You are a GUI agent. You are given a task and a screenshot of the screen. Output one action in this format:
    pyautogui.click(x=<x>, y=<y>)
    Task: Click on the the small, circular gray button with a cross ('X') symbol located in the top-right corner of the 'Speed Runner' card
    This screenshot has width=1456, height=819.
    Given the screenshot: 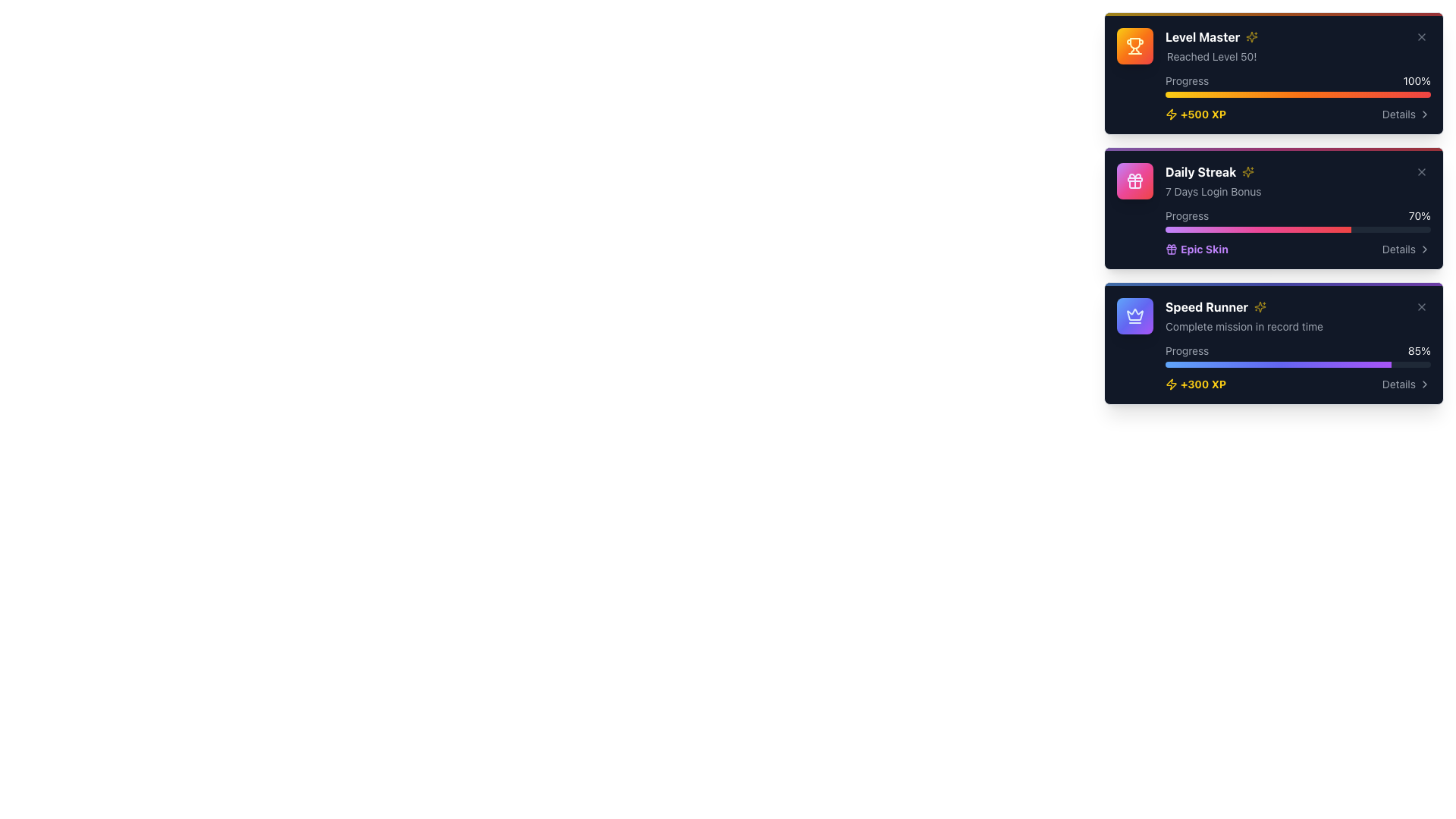 What is the action you would take?
    pyautogui.click(x=1421, y=307)
    